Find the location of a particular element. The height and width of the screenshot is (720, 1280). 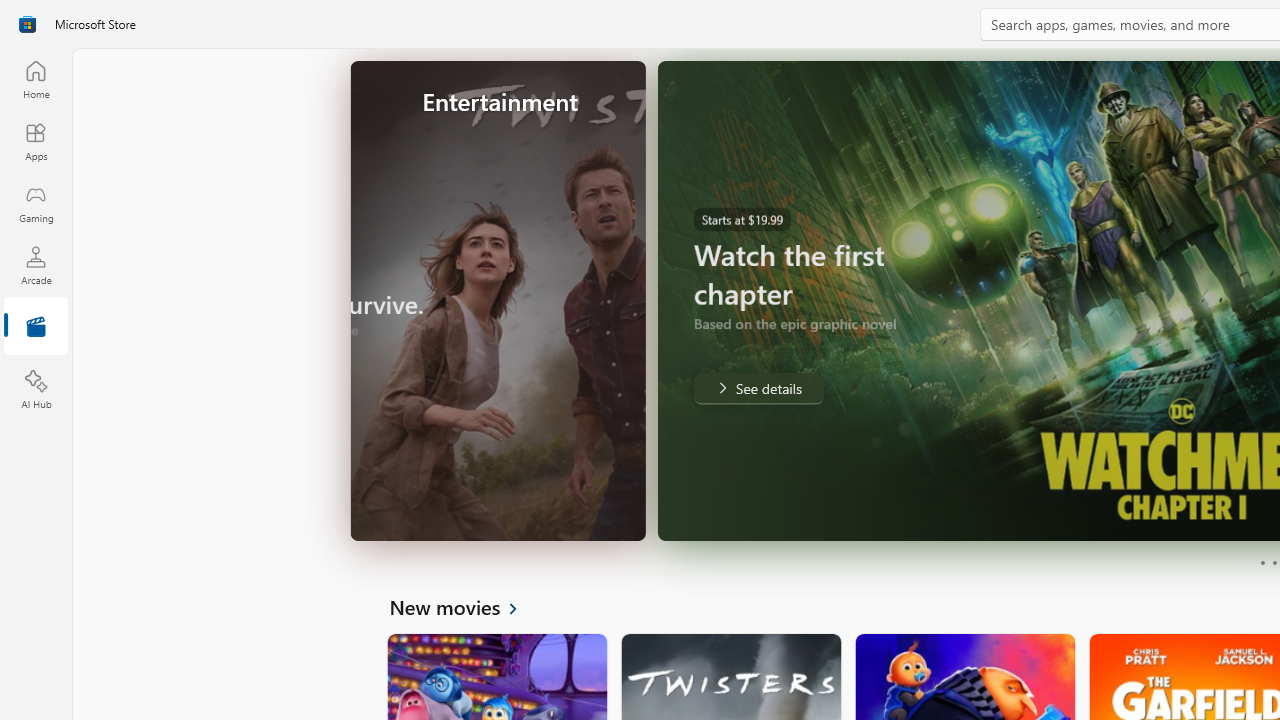

'See all  New movies' is located at coordinates (464, 605).